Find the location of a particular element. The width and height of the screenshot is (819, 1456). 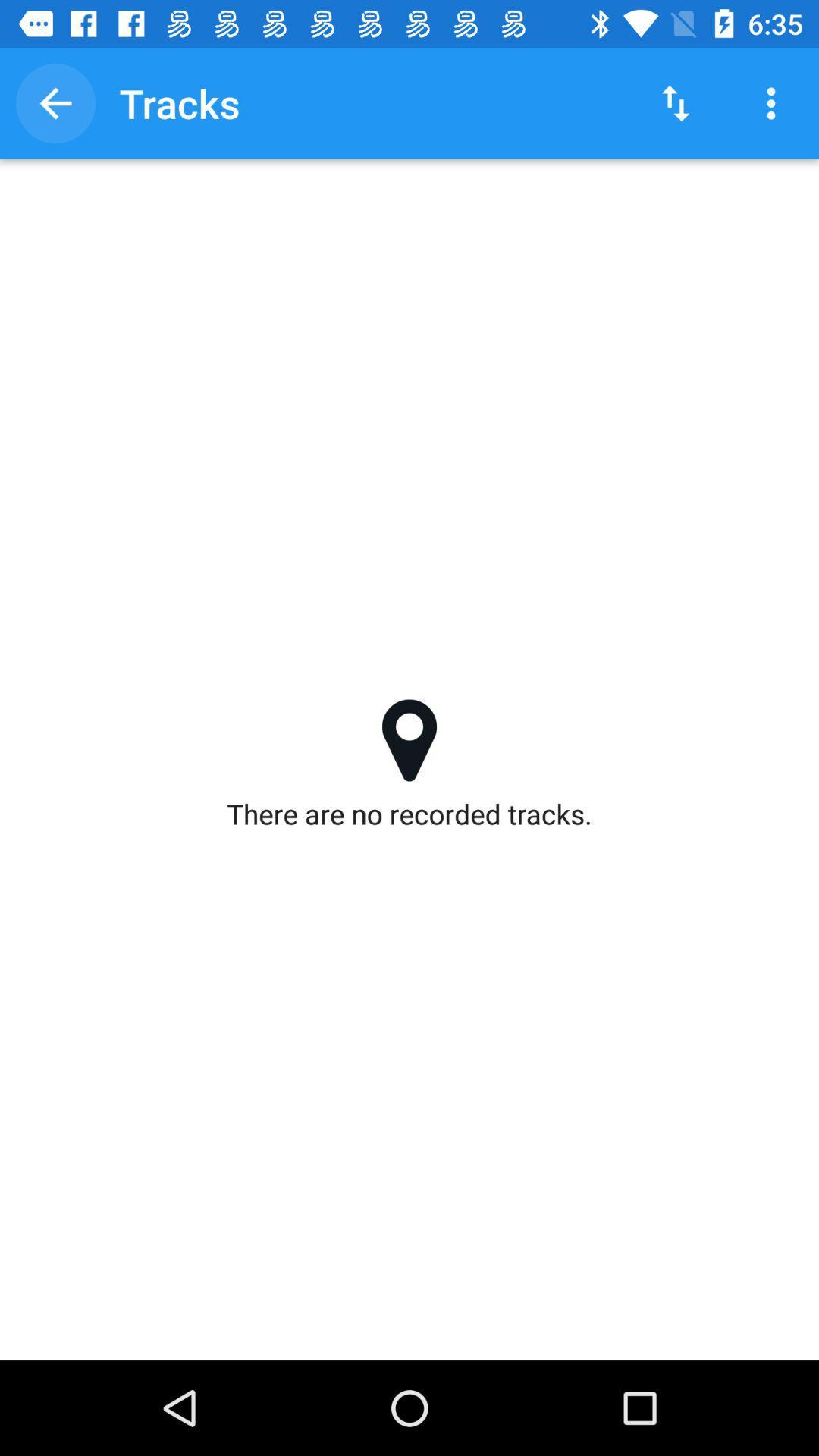

the item to the right of tracks app is located at coordinates (675, 102).